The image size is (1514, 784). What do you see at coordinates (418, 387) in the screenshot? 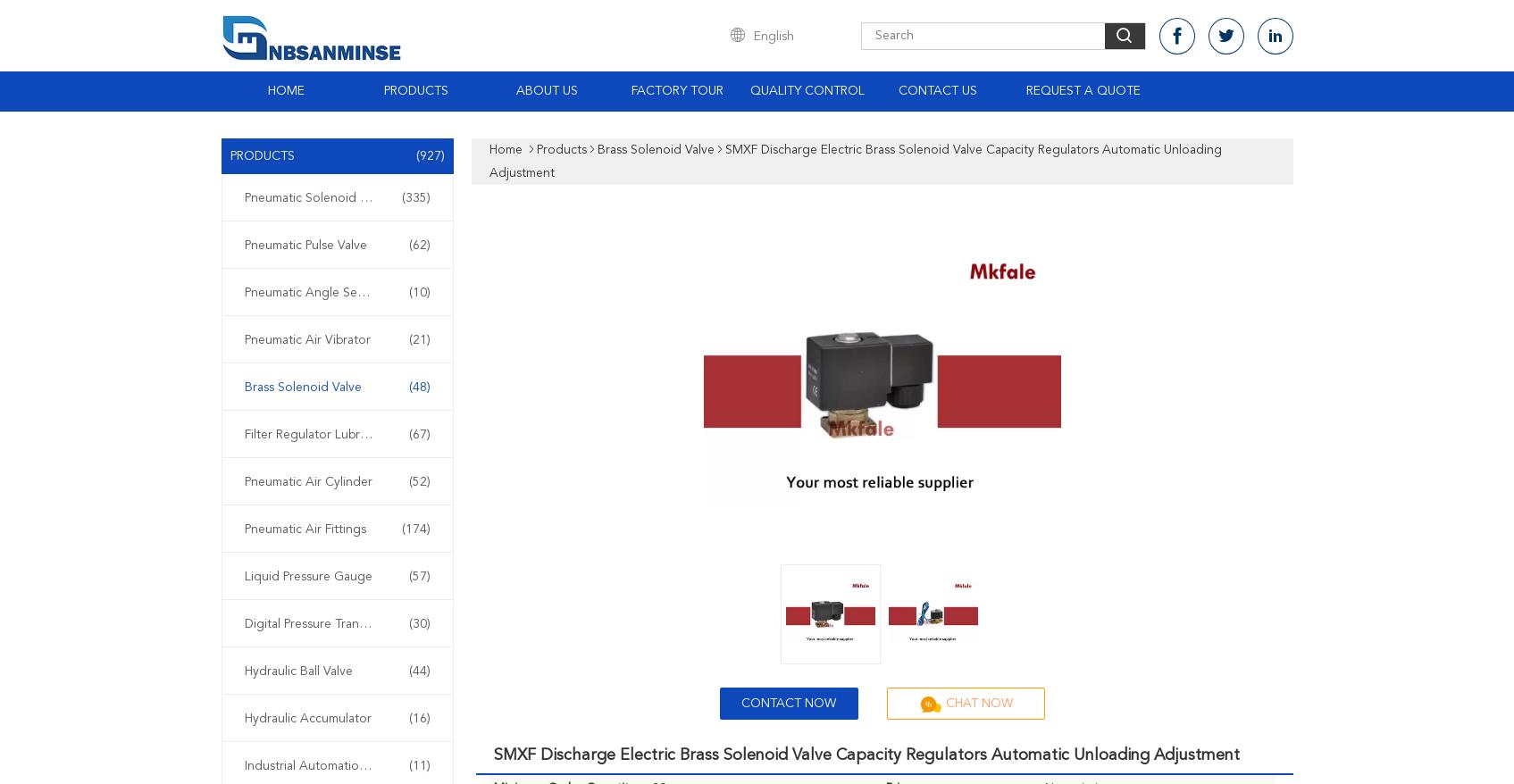
I see `'(48)'` at bounding box center [418, 387].